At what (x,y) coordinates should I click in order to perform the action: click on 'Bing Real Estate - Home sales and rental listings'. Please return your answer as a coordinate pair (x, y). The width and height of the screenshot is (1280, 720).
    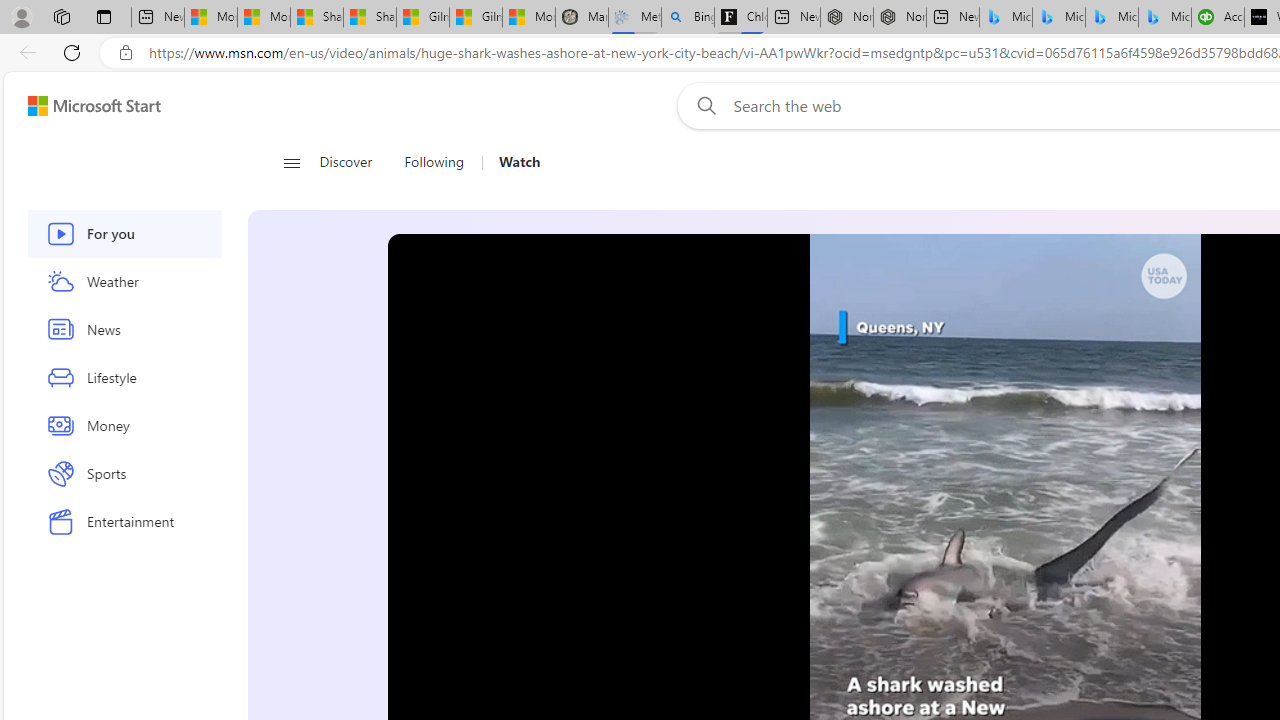
    Looking at the image, I should click on (688, 17).